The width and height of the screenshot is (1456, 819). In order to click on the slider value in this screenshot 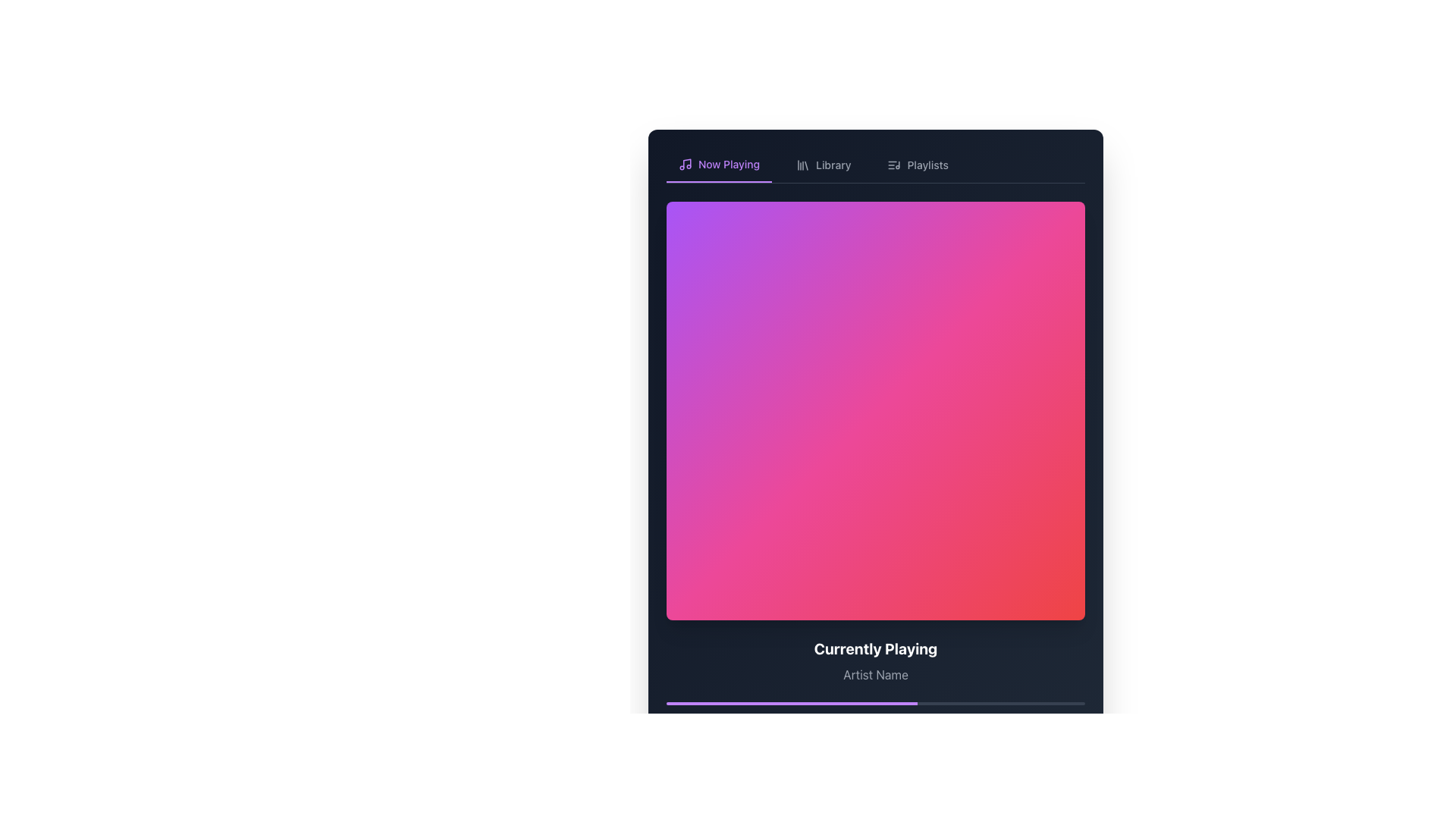, I will do `click(818, 806)`.